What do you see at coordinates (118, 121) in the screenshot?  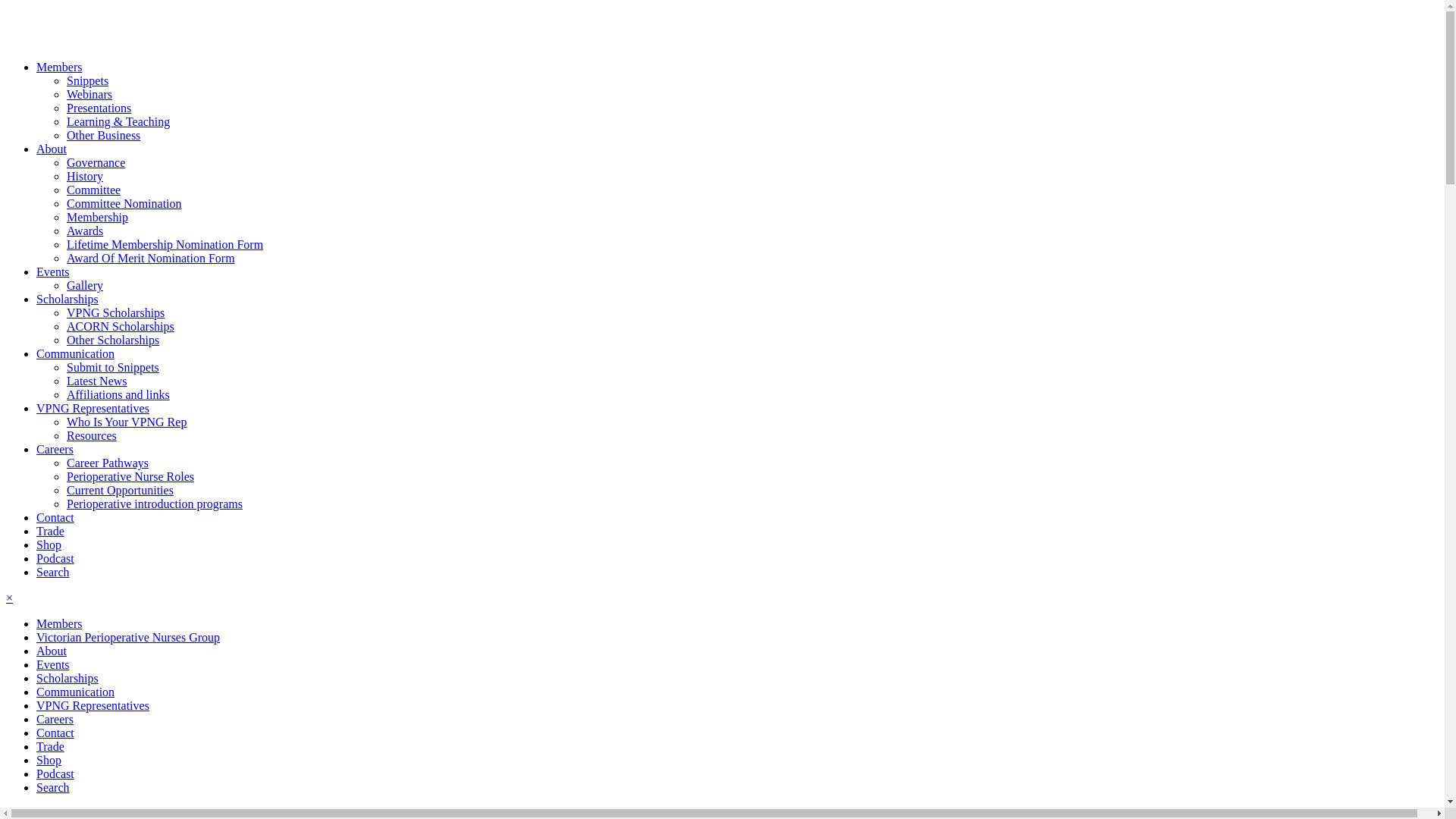 I see `'Learning & Teaching'` at bounding box center [118, 121].